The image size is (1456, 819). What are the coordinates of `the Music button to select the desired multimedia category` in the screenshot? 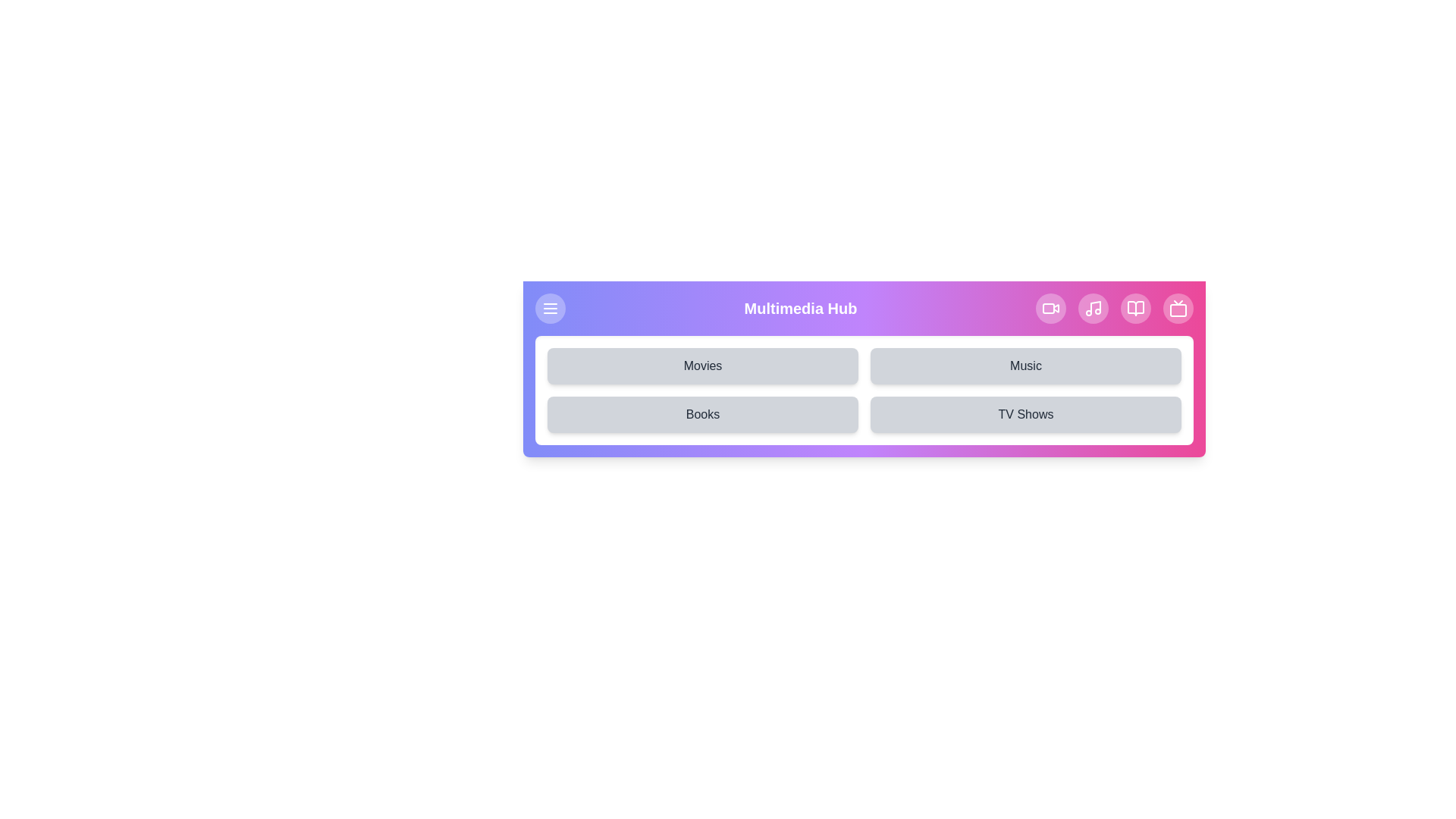 It's located at (1026, 366).